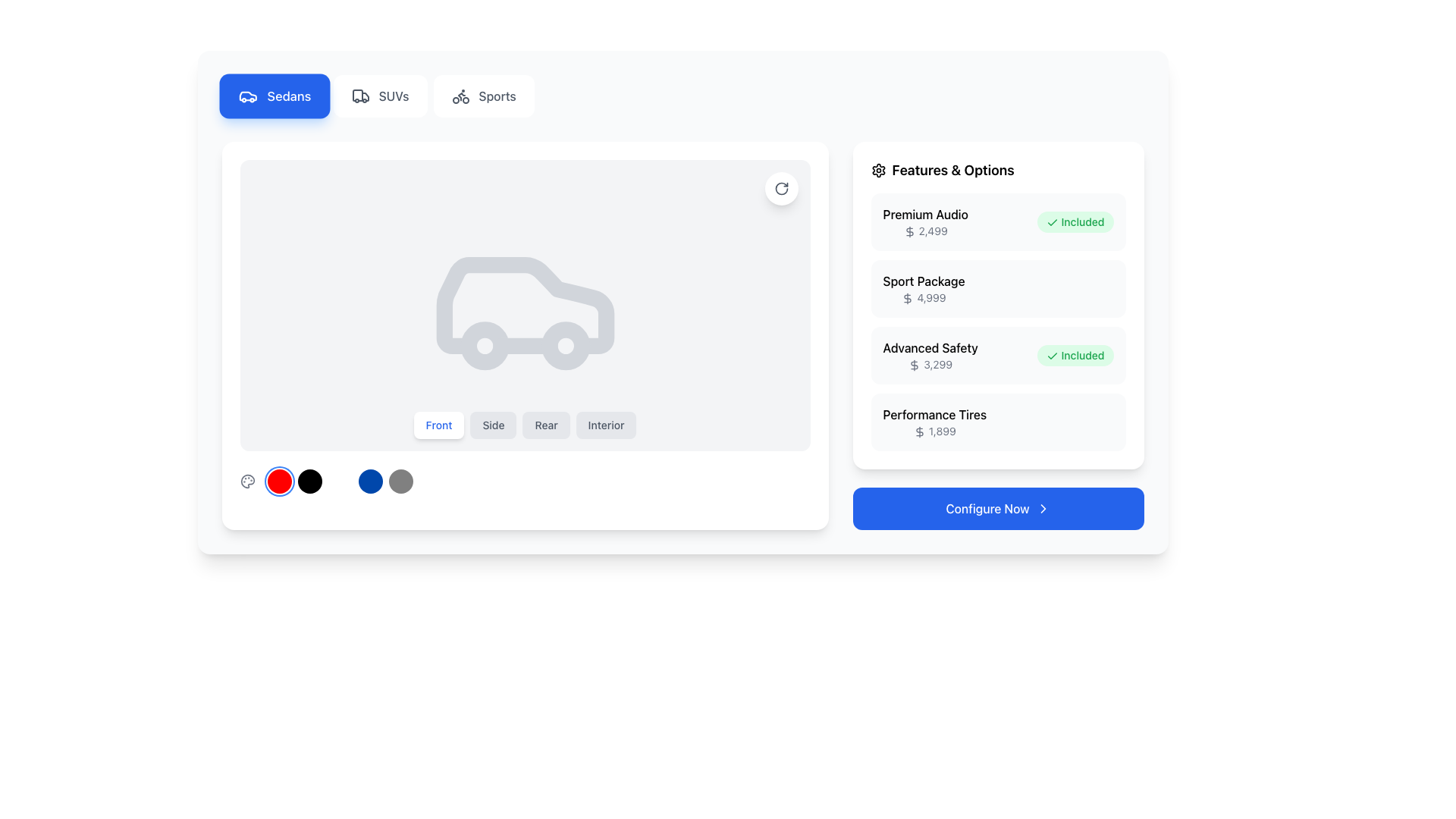 This screenshot has height=819, width=1456. I want to click on information displayed in the Option card for 'Sport Package $4,999', which is the second item under 'Features & Options', so click(998, 305).